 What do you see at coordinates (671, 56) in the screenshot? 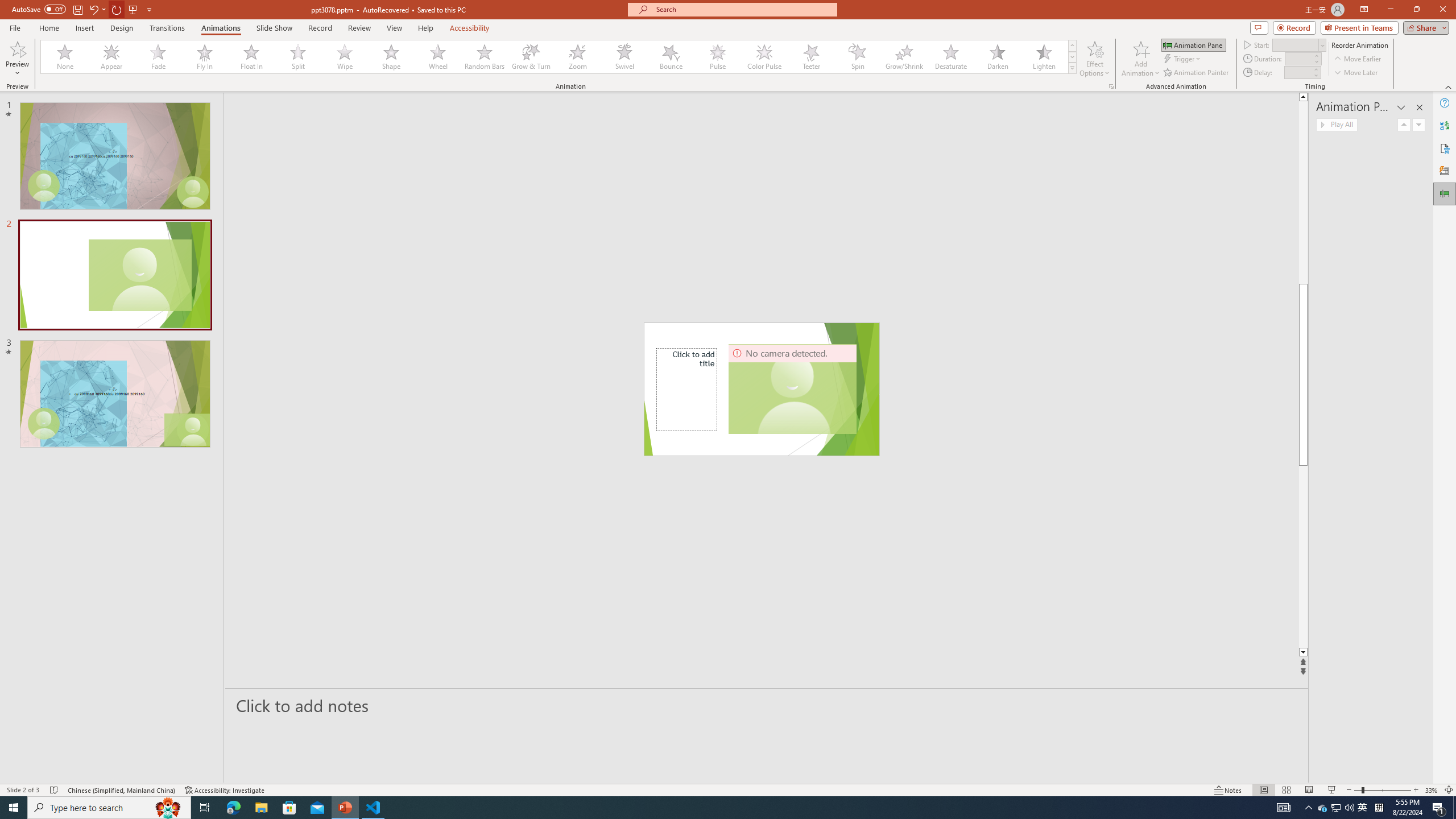
I see `'Bounce'` at bounding box center [671, 56].